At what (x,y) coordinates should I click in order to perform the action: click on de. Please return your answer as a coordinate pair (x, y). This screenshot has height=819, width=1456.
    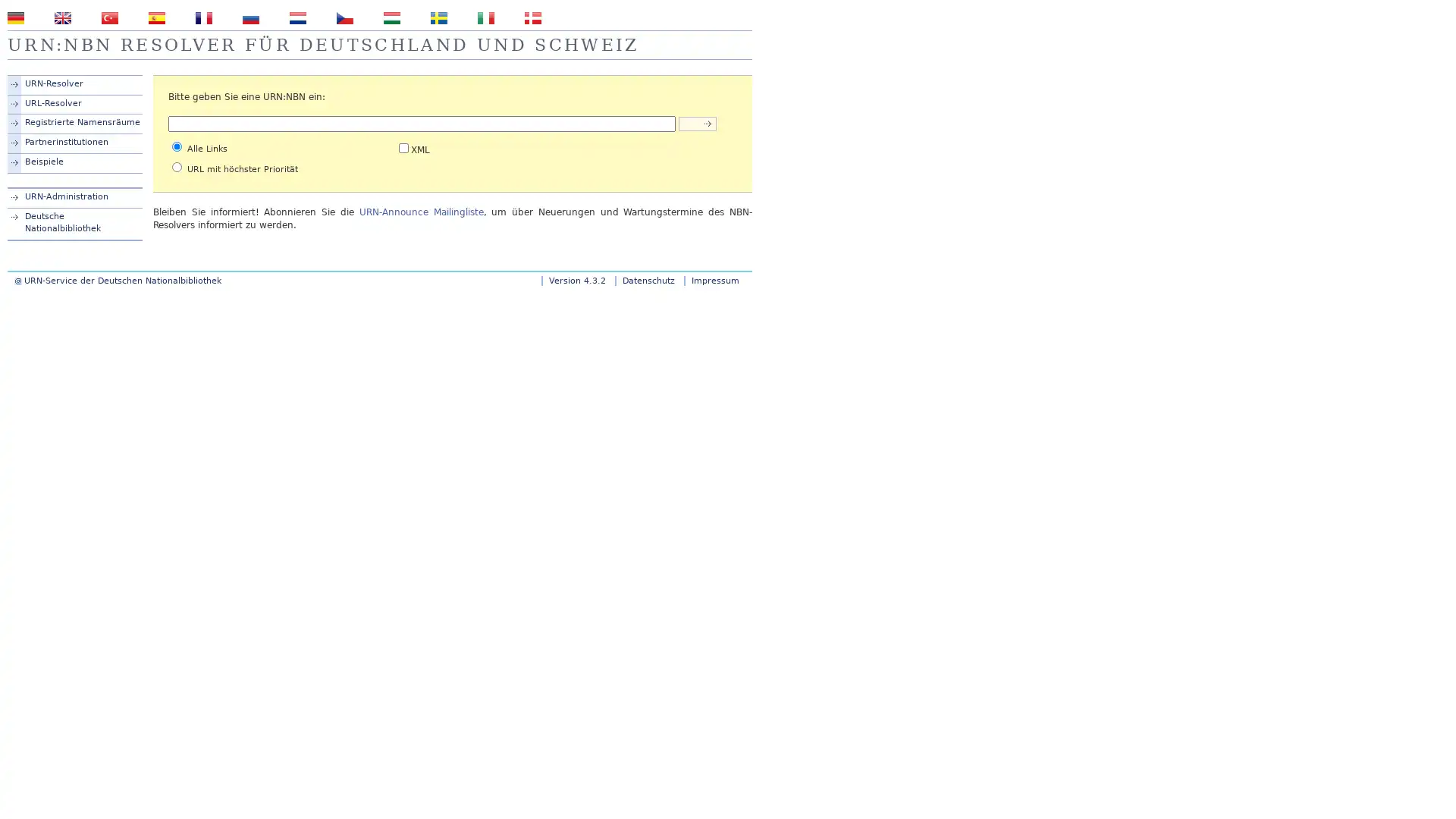
    Looking at the image, I should click on (15, 17).